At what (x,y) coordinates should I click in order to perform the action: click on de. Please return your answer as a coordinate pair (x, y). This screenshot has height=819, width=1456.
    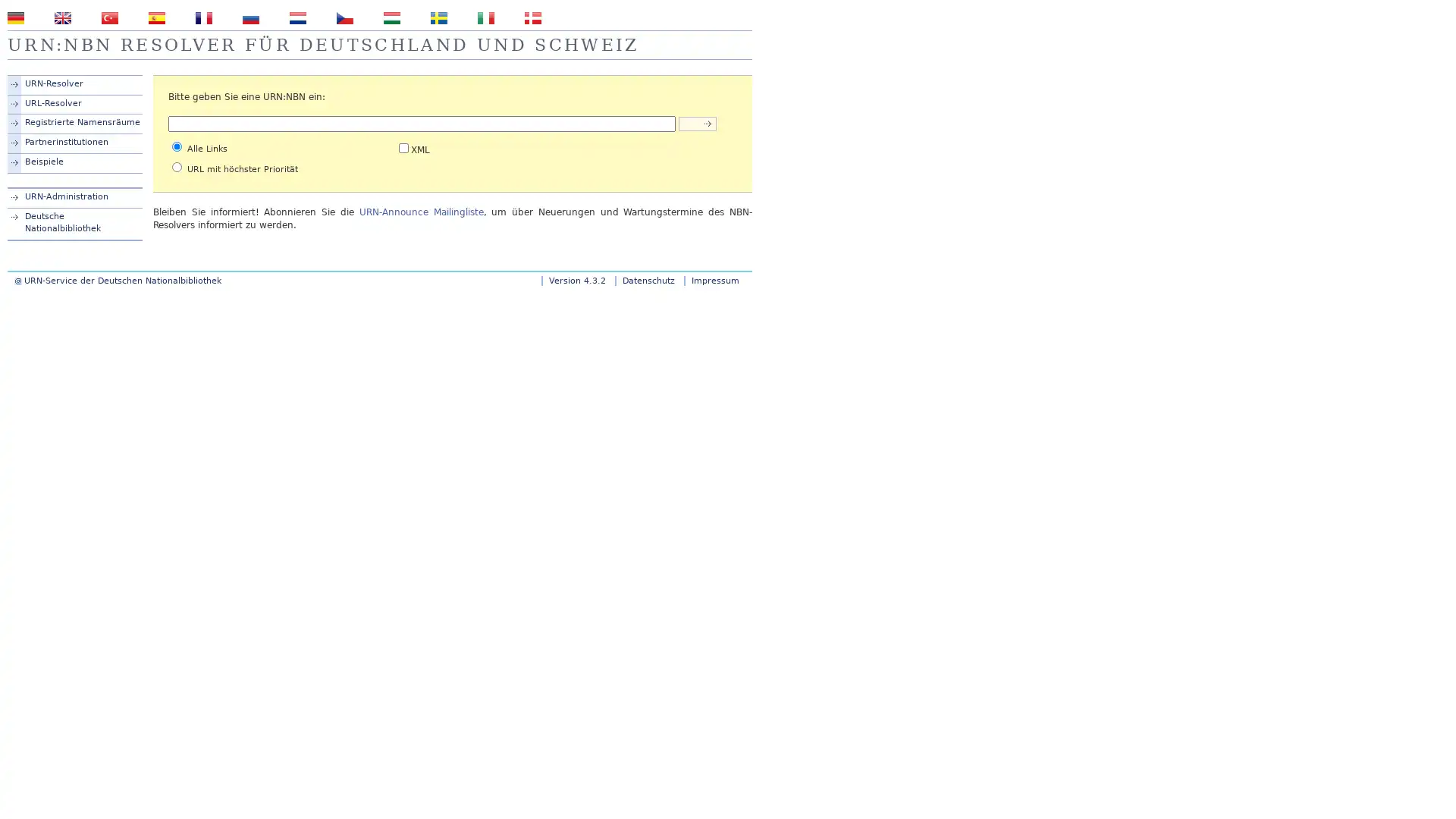
    Looking at the image, I should click on (15, 17).